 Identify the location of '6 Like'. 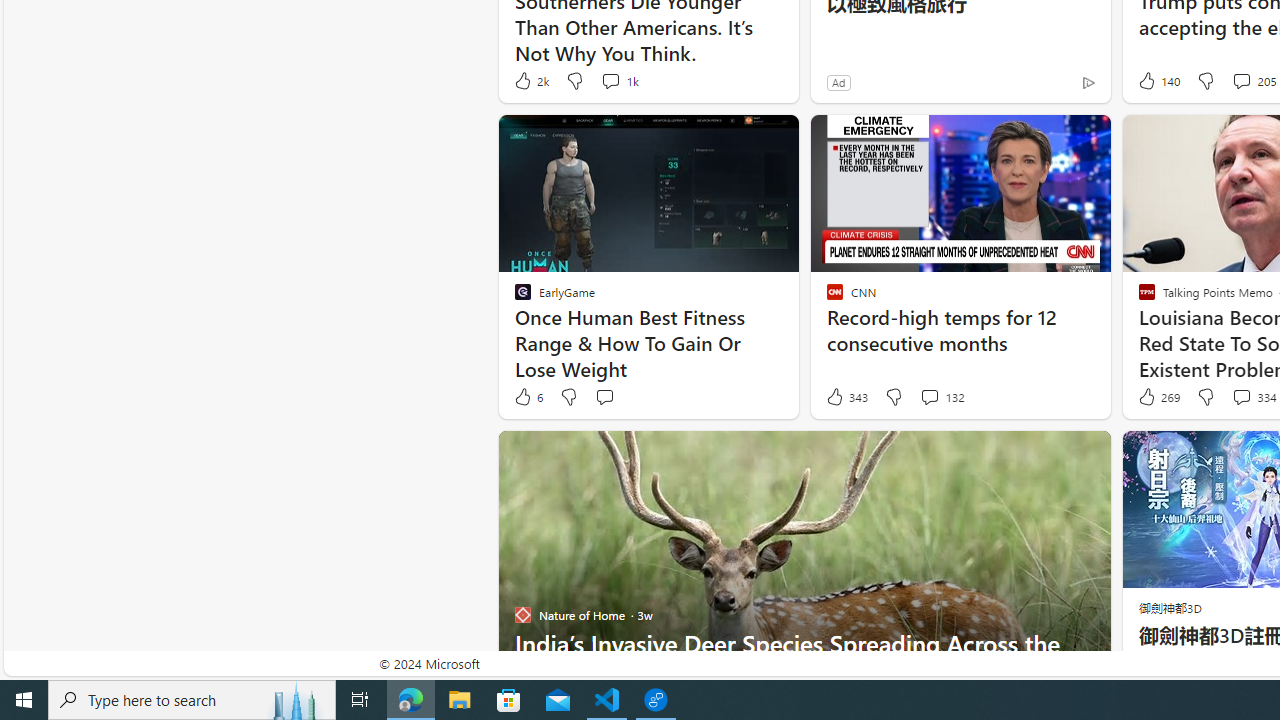
(527, 397).